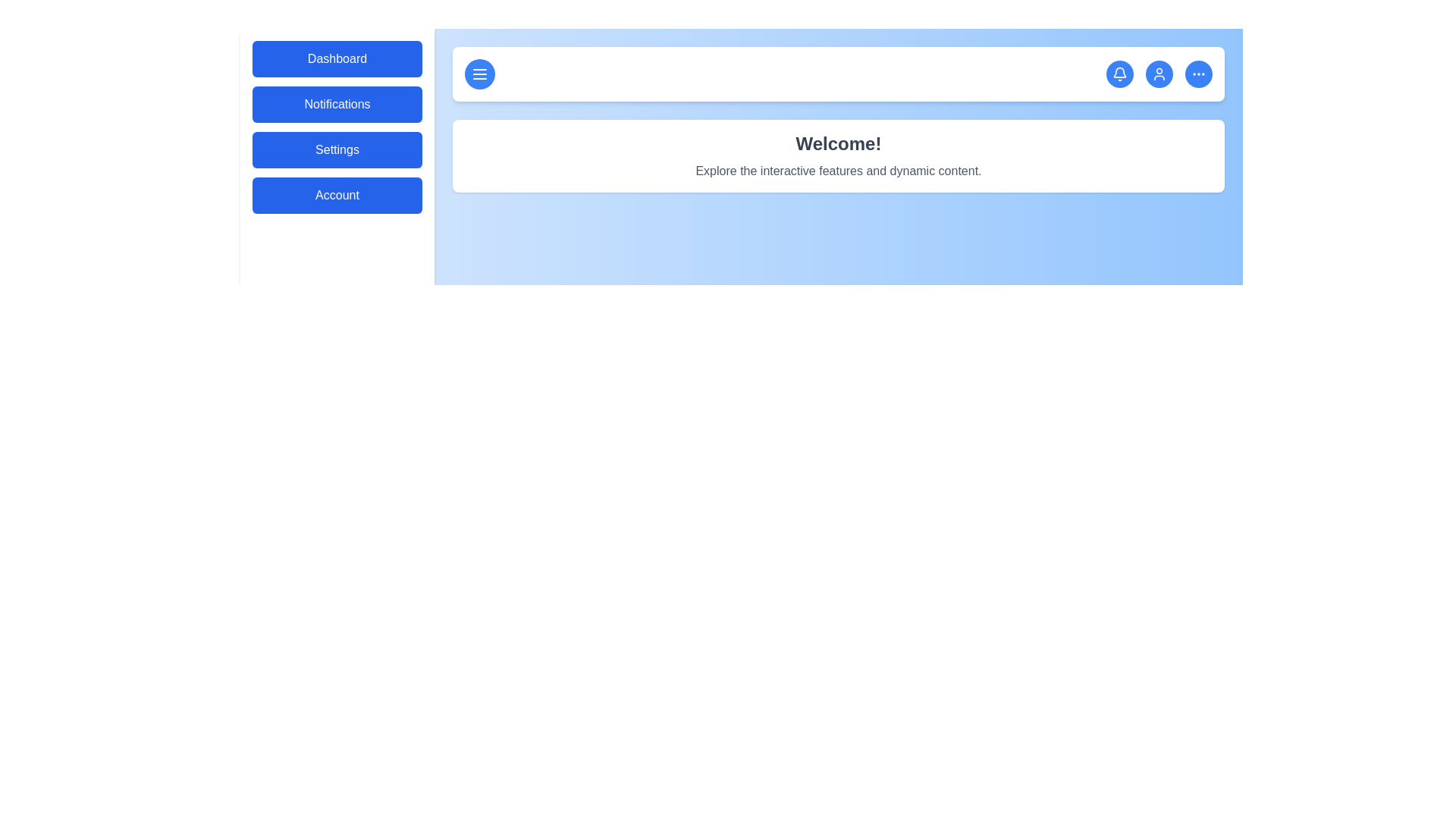 This screenshot has width=1456, height=819. What do you see at coordinates (337, 149) in the screenshot?
I see `the 'Settings' menu item in the sidebar` at bounding box center [337, 149].